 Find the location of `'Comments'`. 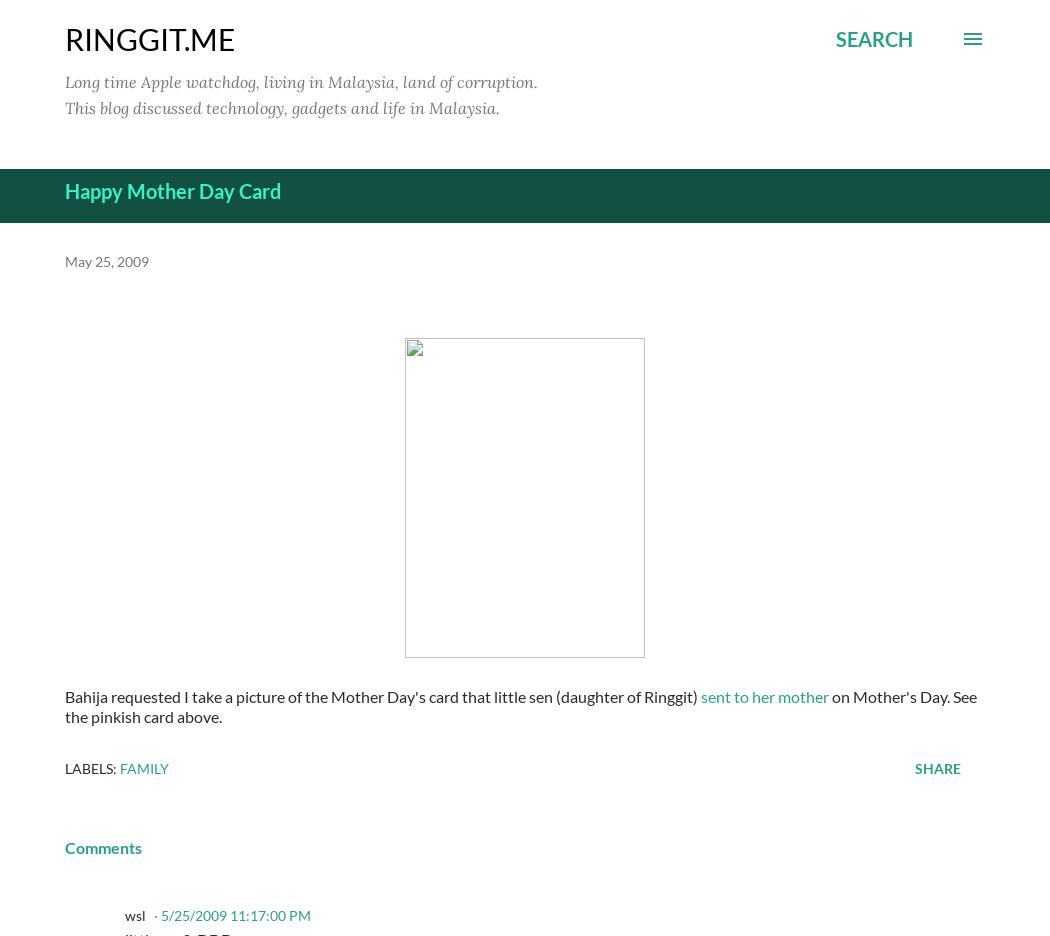

'Comments' is located at coordinates (103, 846).